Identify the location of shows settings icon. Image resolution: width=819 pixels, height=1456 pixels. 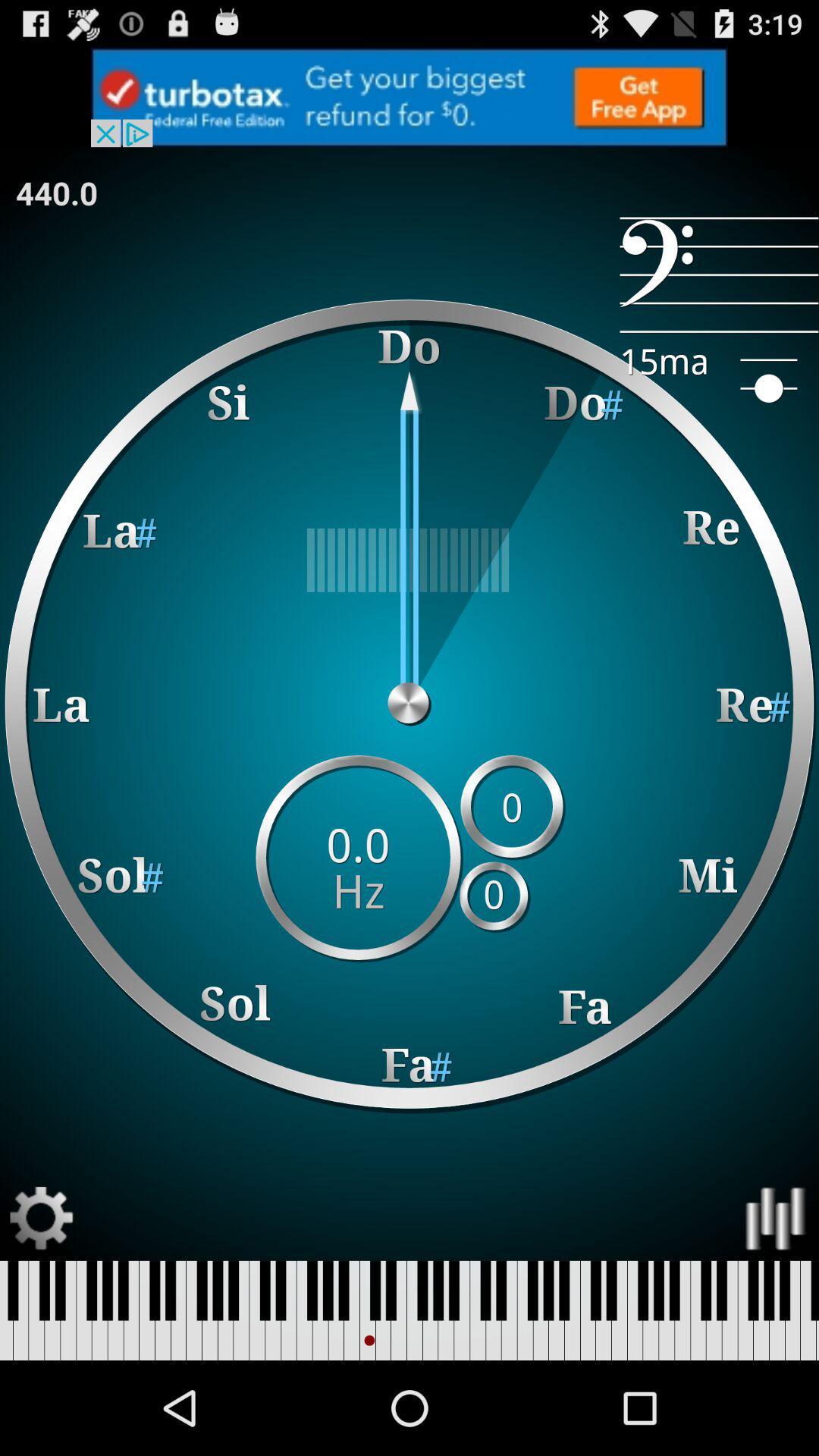
(41, 1219).